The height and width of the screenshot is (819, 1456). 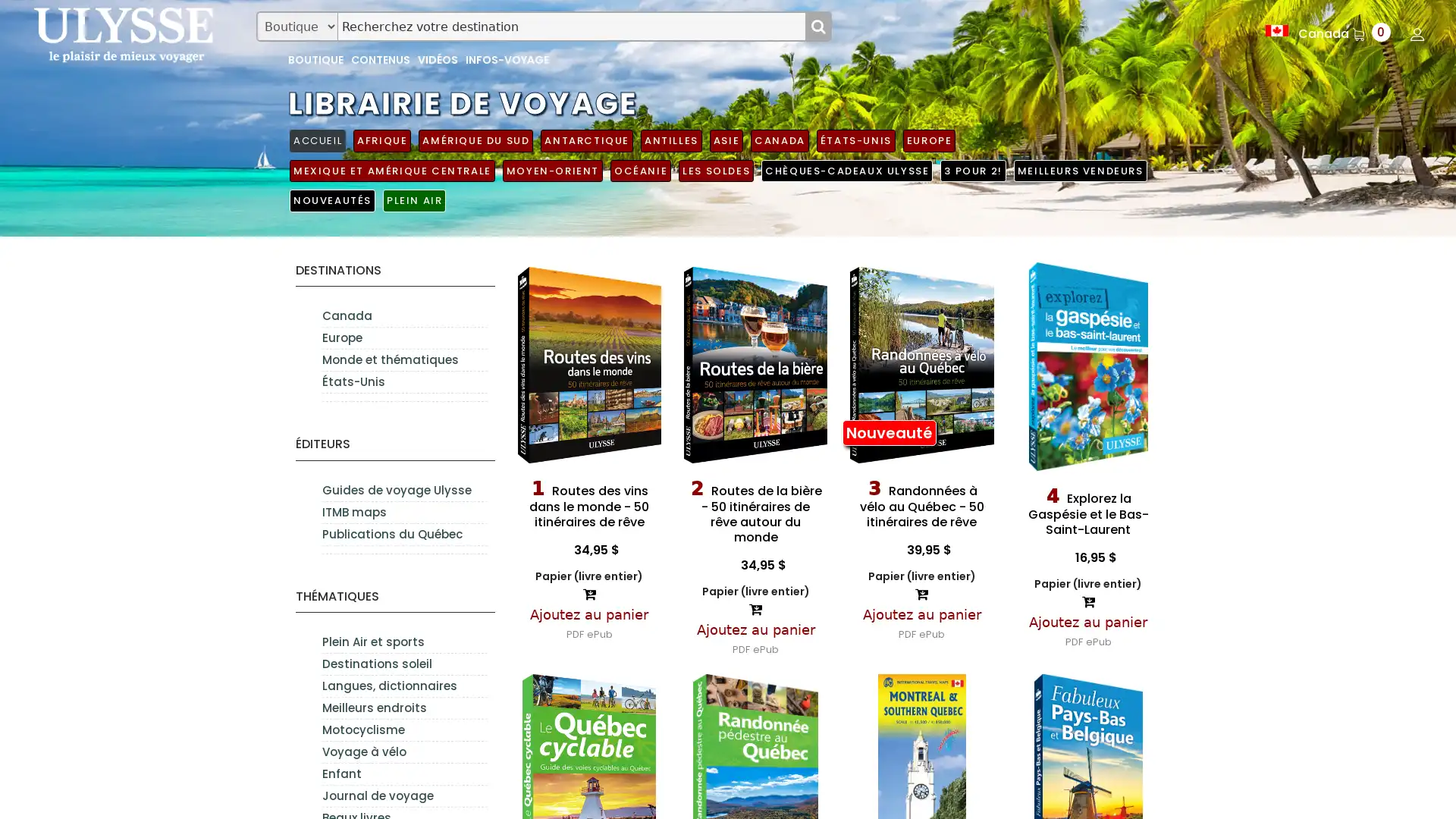 What do you see at coordinates (779, 140) in the screenshot?
I see `CANADA` at bounding box center [779, 140].